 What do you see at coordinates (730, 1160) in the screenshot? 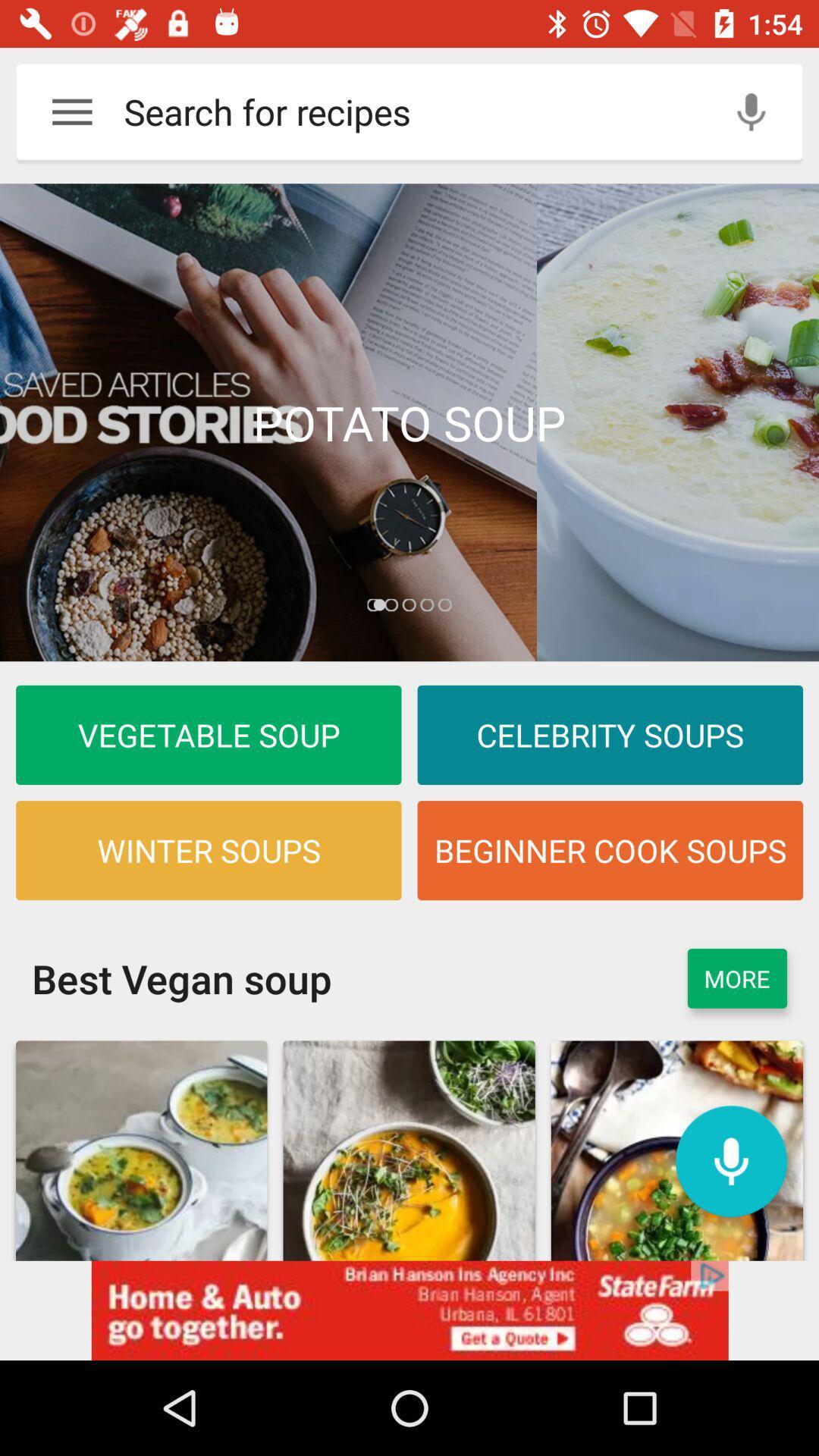
I see `mick` at bounding box center [730, 1160].